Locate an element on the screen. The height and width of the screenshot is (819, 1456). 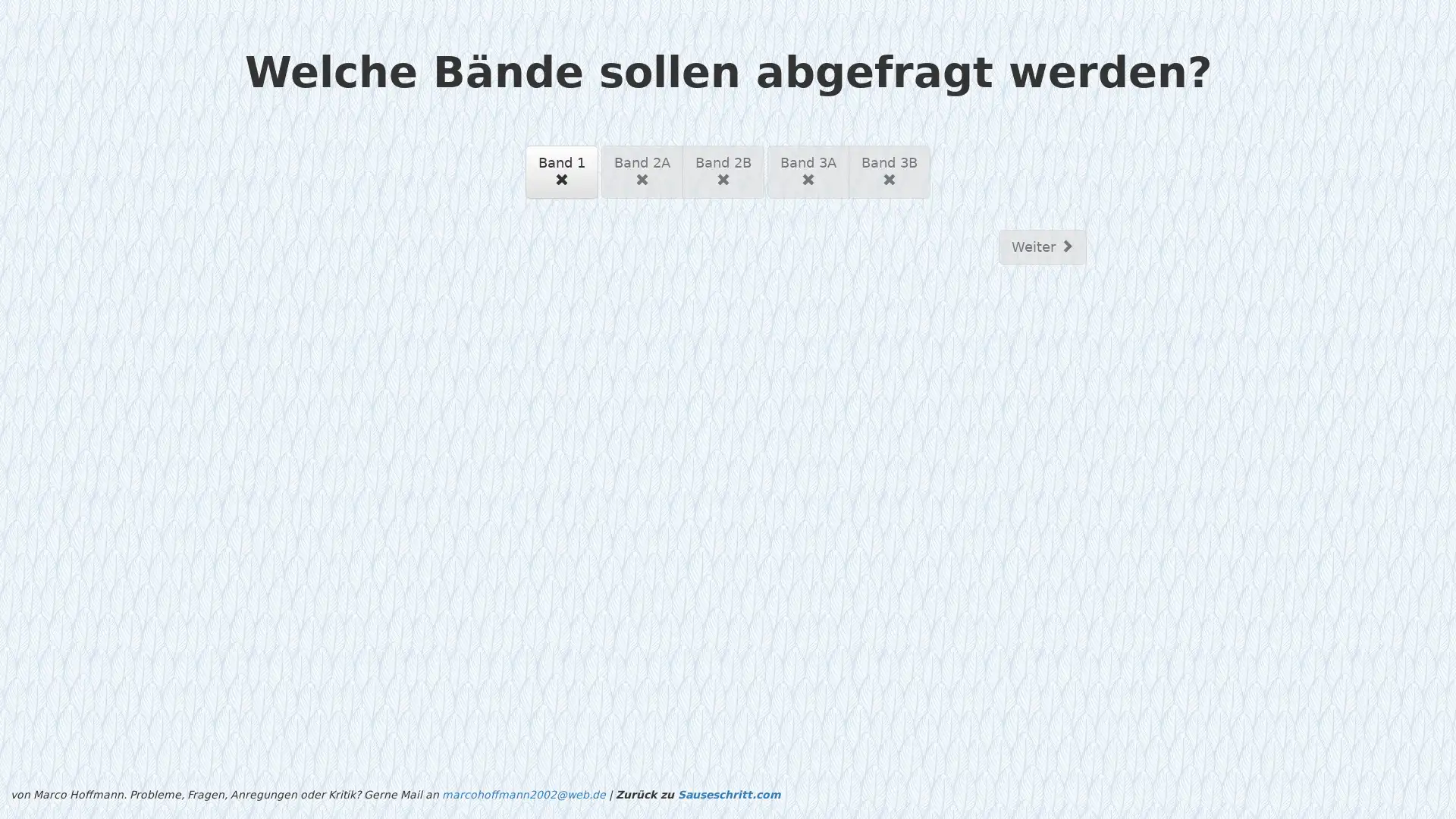
Band 1 is located at coordinates (560, 171).